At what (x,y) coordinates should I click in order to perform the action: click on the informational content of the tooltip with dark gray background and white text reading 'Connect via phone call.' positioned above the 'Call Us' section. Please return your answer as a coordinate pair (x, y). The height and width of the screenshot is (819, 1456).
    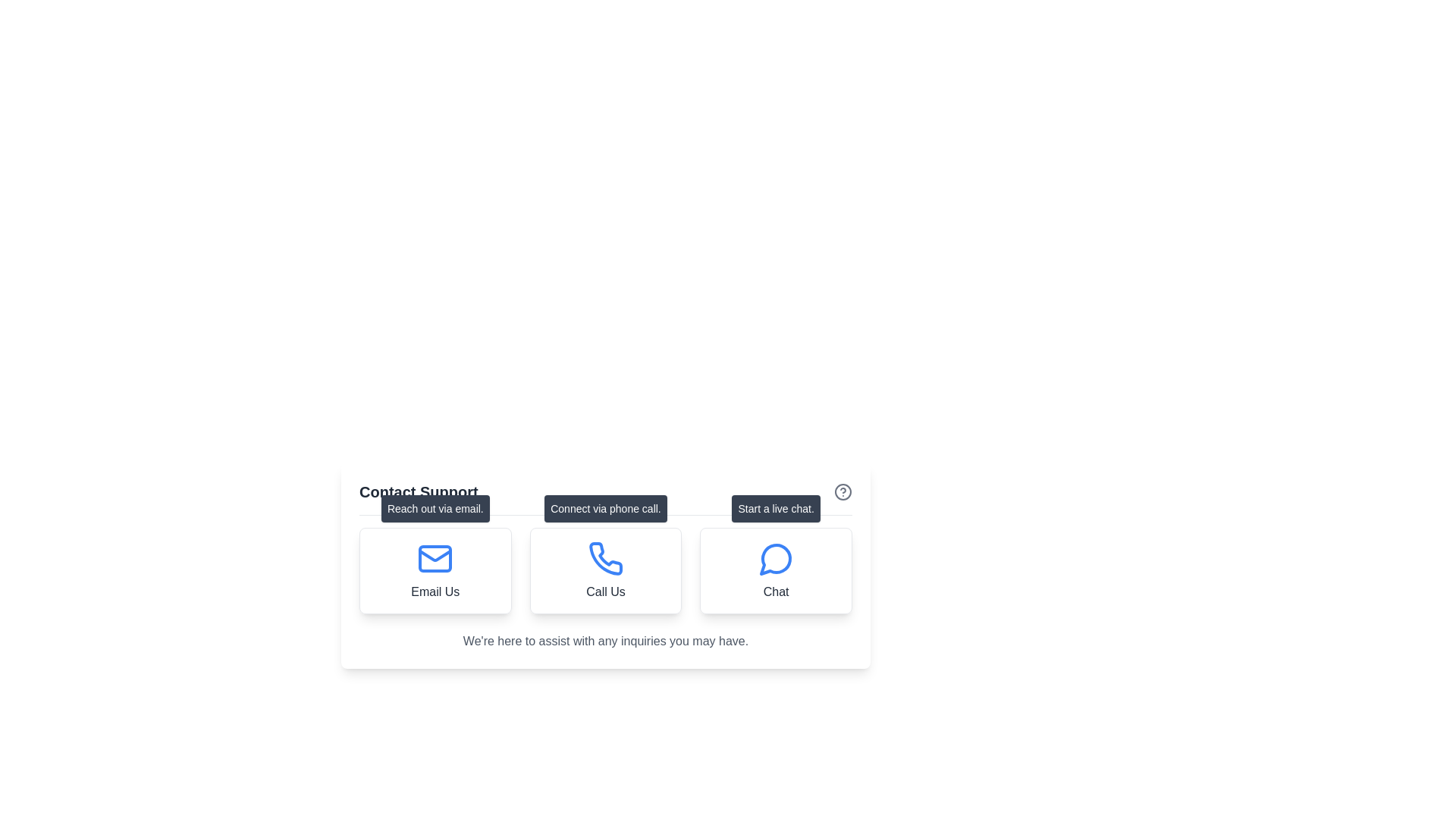
    Looking at the image, I should click on (604, 509).